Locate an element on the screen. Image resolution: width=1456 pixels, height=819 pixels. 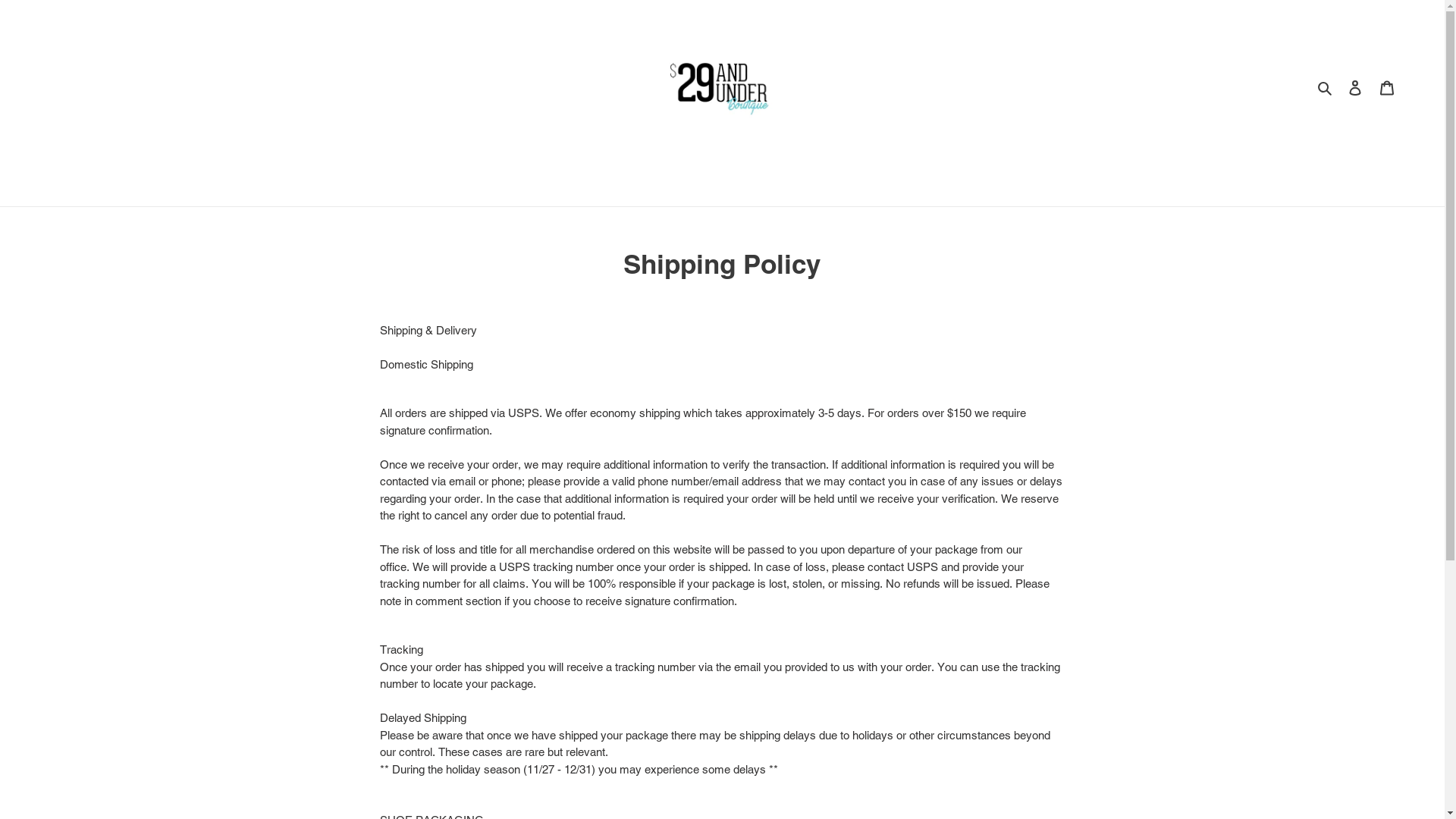
'Cart' is located at coordinates (1371, 87).